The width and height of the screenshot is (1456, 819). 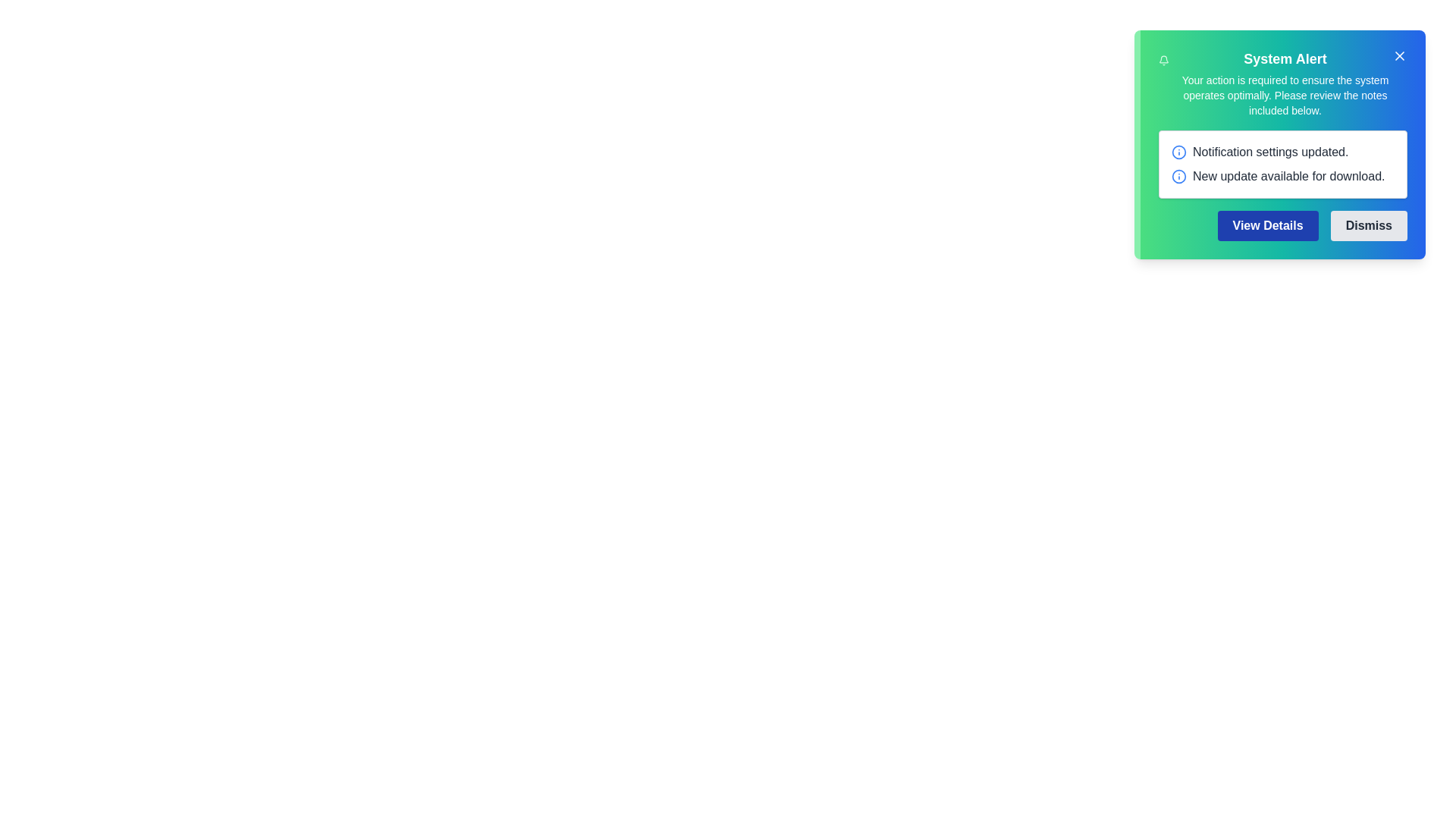 I want to click on the 'Dismiss' button to dismiss the alert, so click(x=1368, y=225).